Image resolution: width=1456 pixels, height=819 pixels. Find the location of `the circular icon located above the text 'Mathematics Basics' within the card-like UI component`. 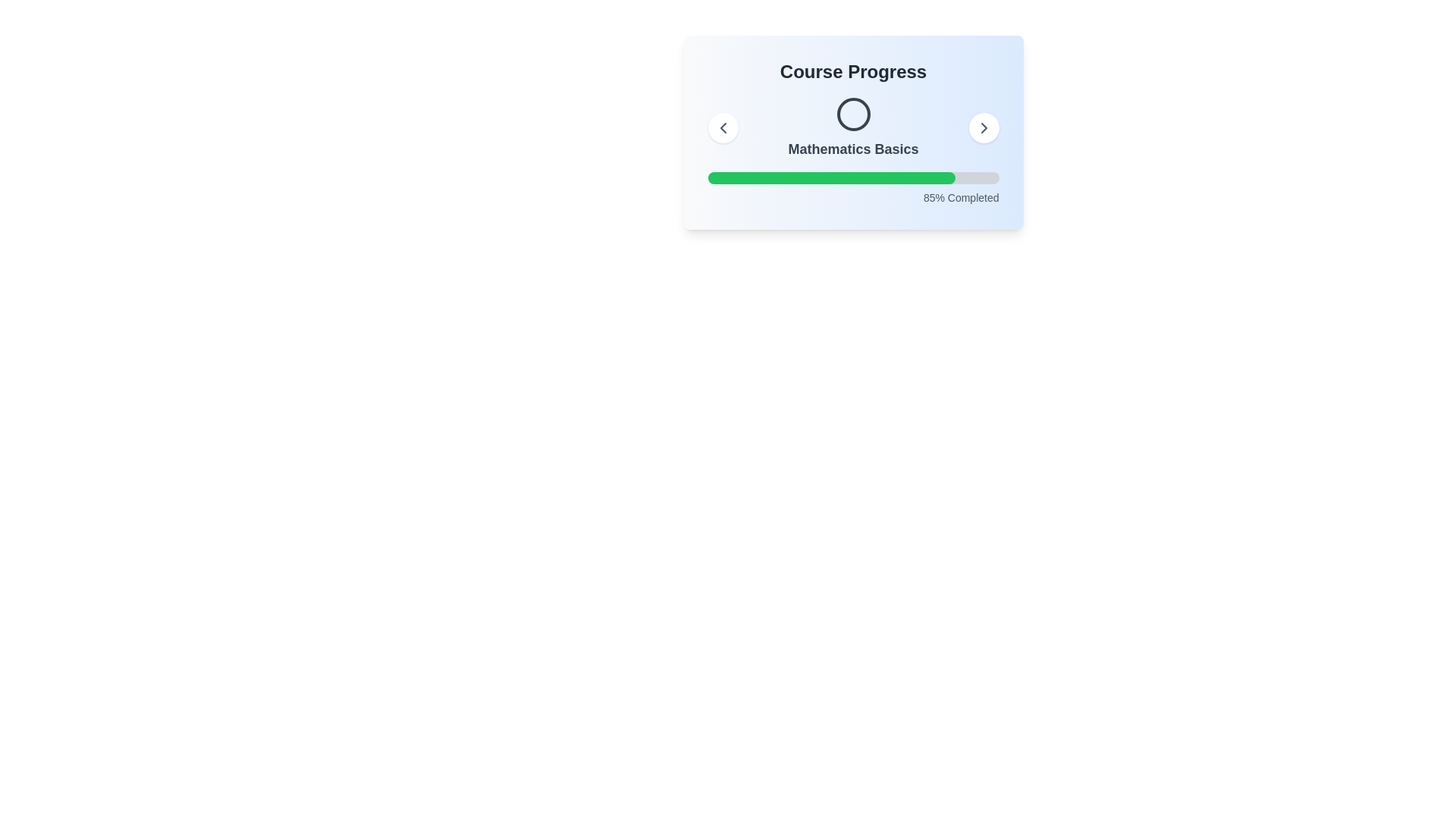

the circular icon located above the text 'Mathematics Basics' within the card-like UI component is located at coordinates (853, 113).